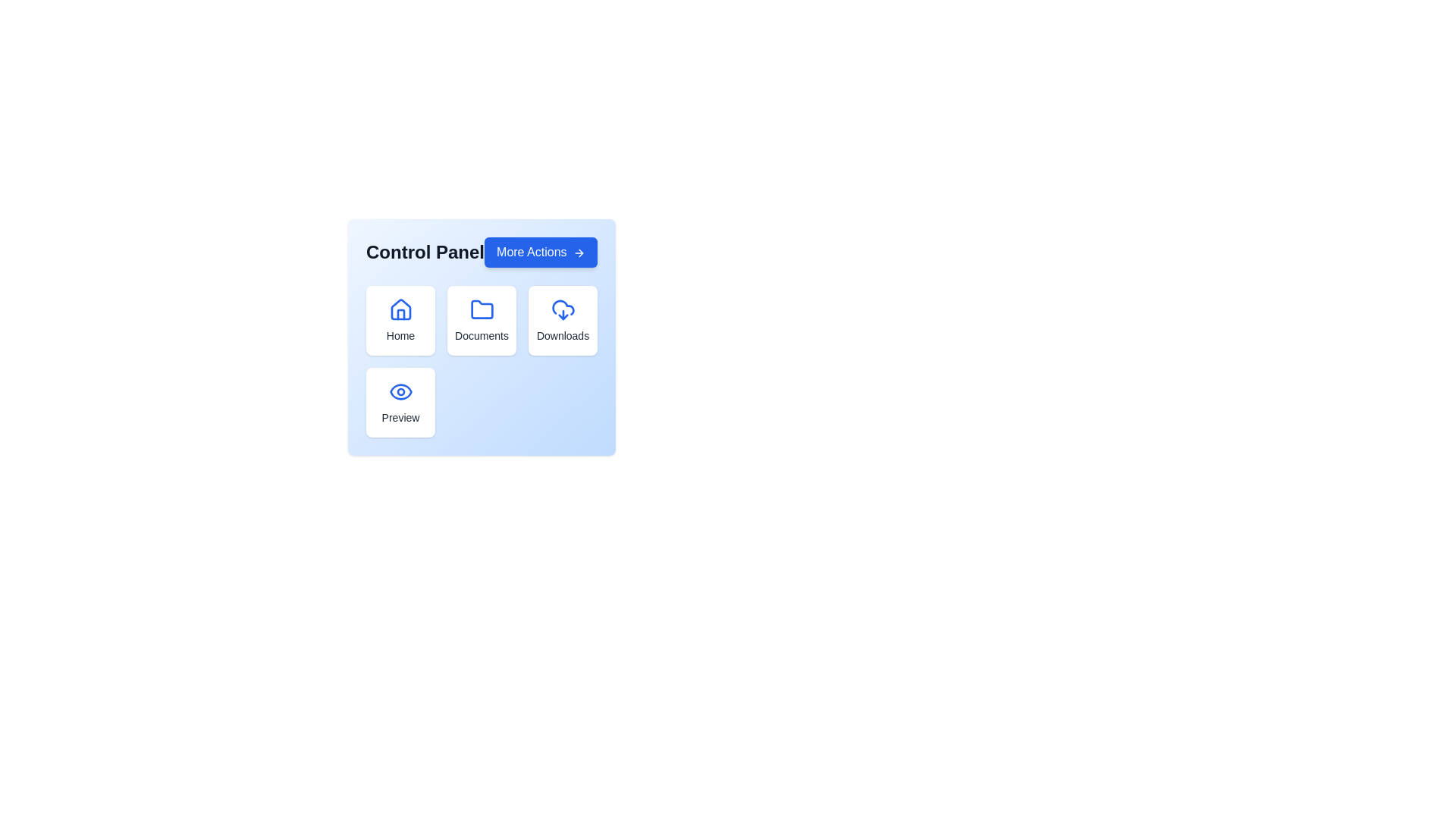  Describe the element at coordinates (425, 251) in the screenshot. I see `the Text Label that serves as a heading or title for the interface section, positioned on the left side and aligned horizontally with the 'More Actions' button` at that location.